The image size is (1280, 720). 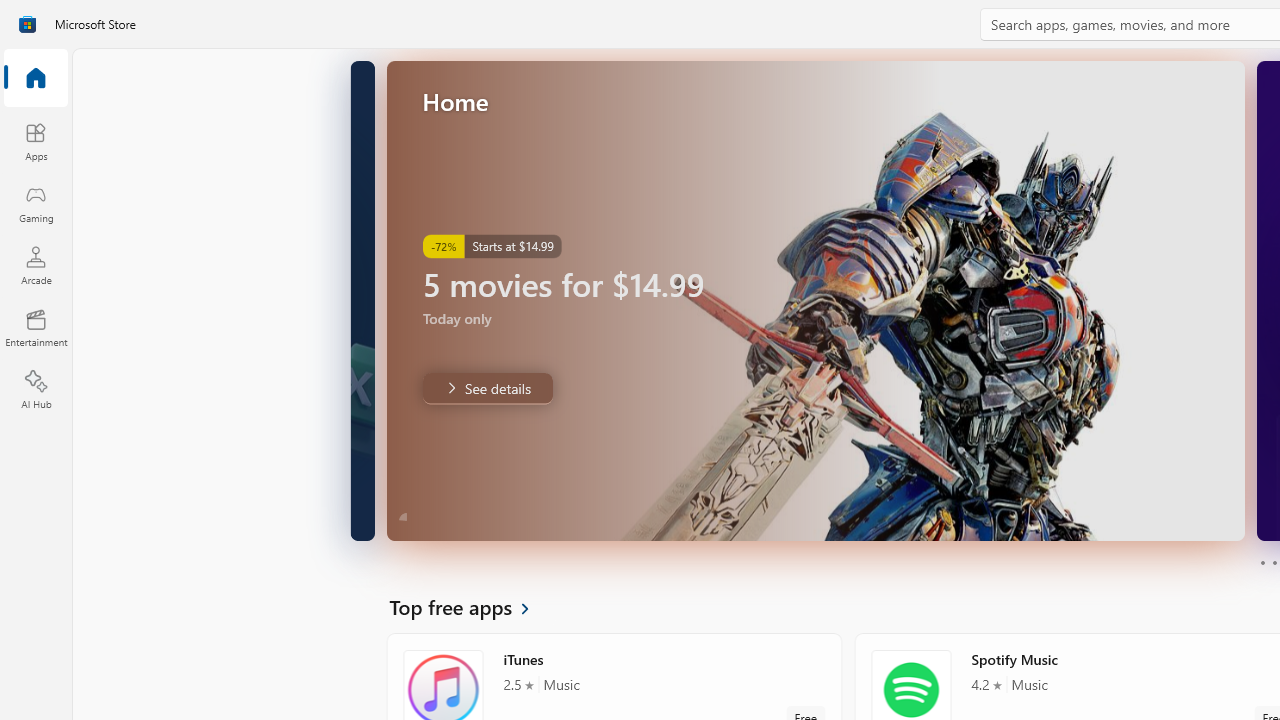 I want to click on 'AI Hub', so click(x=35, y=390).